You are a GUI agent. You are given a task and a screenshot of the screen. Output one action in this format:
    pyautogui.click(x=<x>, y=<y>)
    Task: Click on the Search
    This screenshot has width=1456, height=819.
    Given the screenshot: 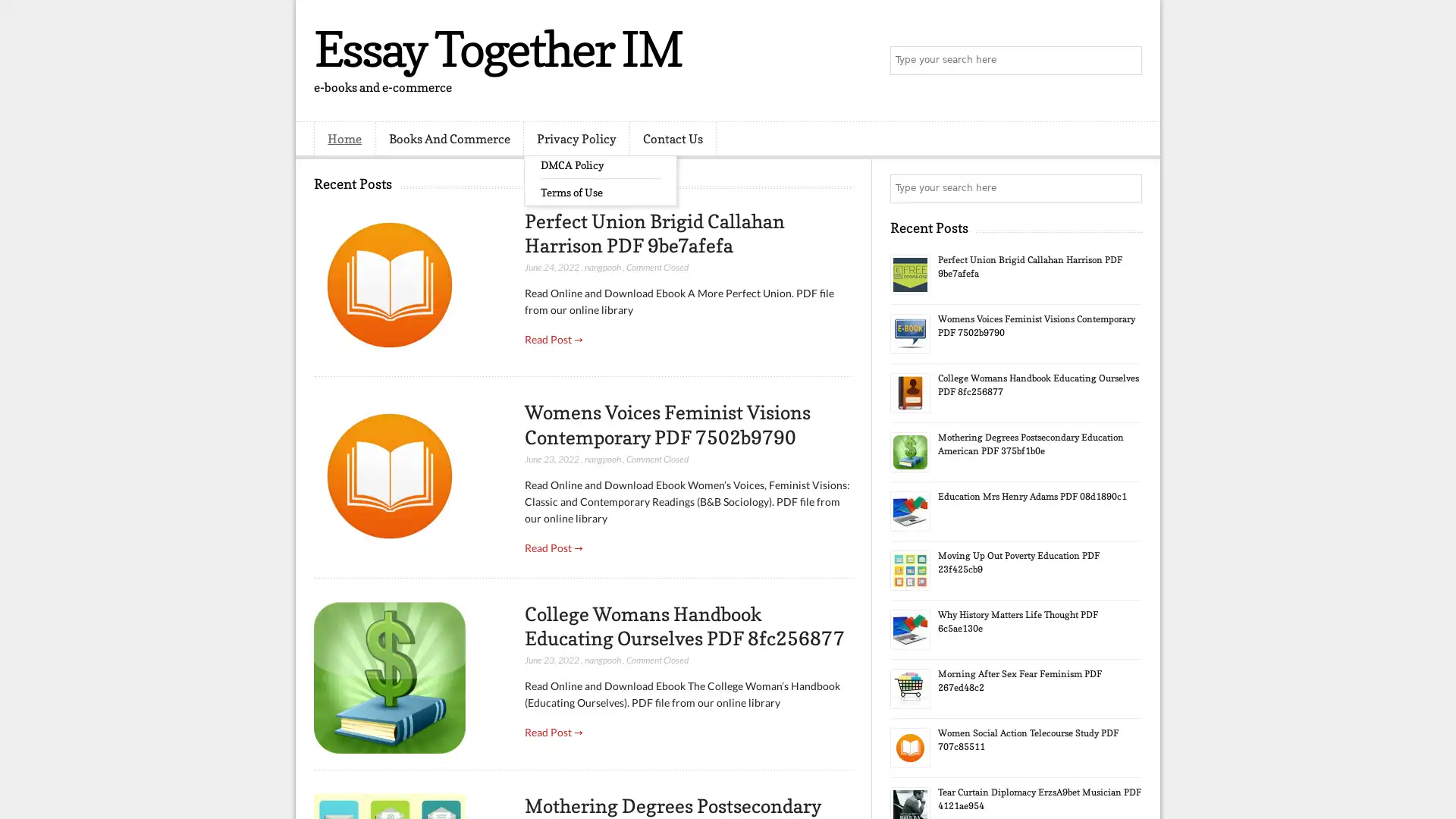 What is the action you would take?
    pyautogui.click(x=1126, y=61)
    